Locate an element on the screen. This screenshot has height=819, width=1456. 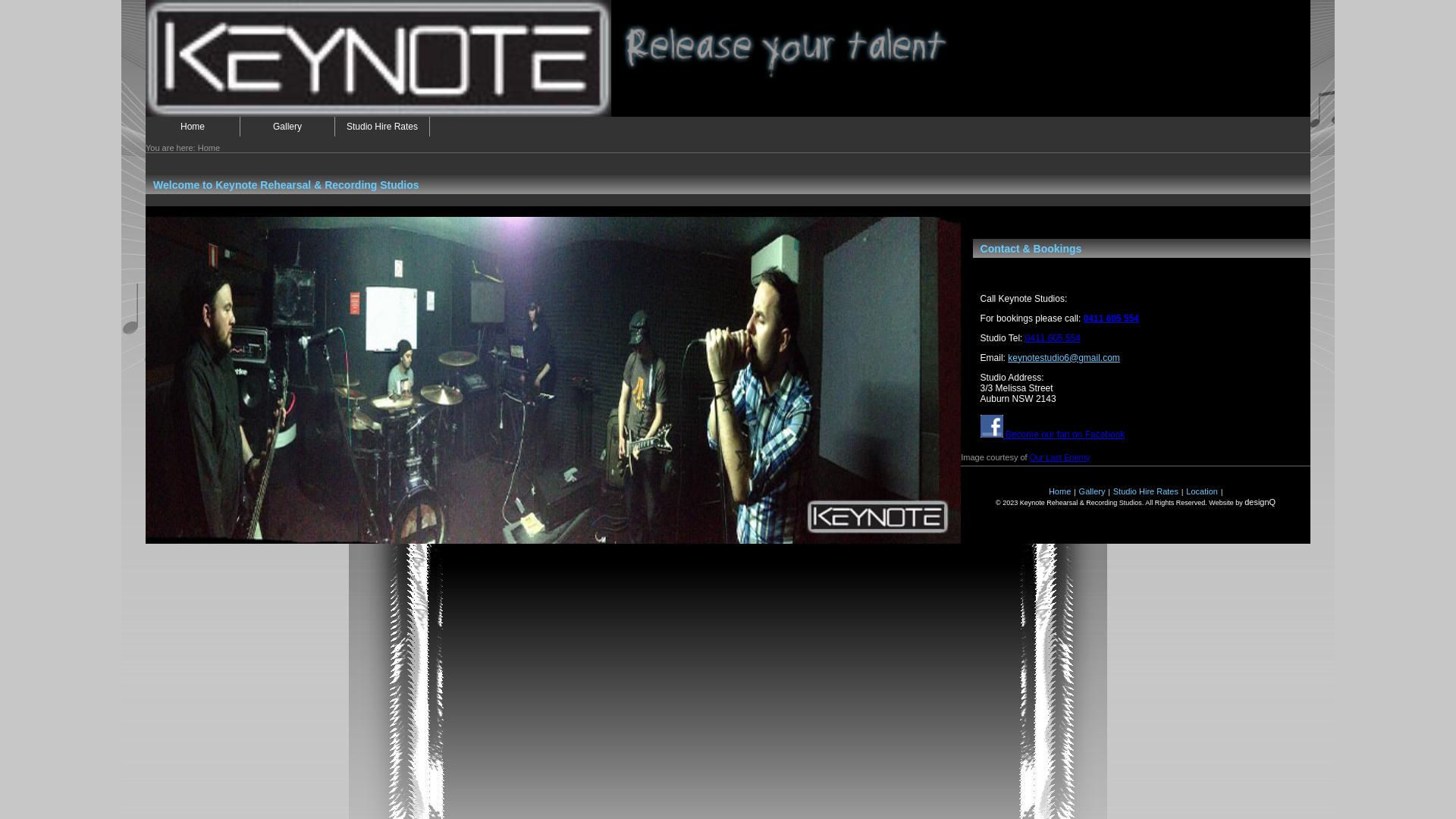
'Home' is located at coordinates (192, 125).